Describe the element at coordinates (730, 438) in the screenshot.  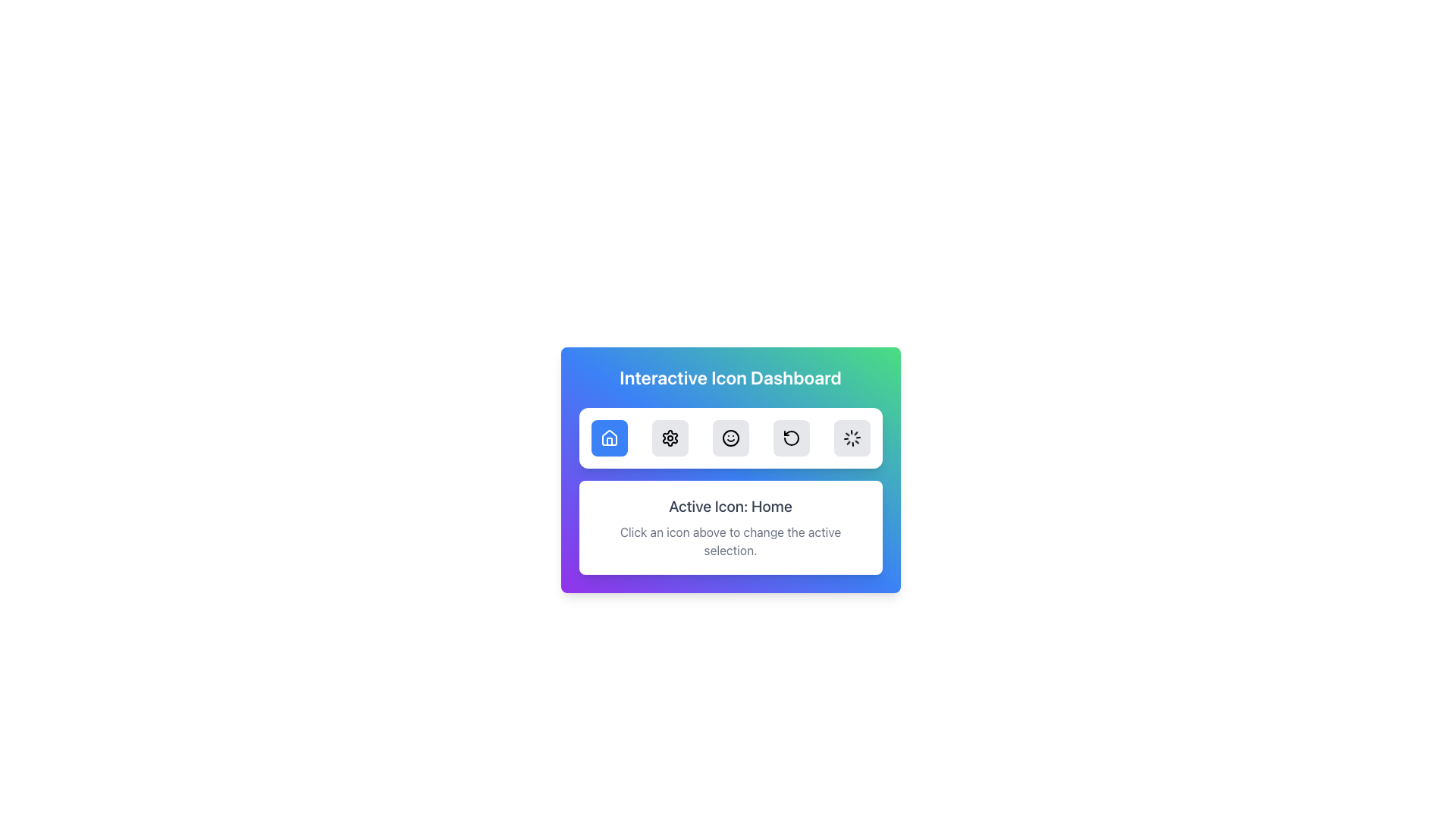
I see `the smiley face icon located in the third slot of the horizontal menu on the Interactive Icon Dashboard` at that location.